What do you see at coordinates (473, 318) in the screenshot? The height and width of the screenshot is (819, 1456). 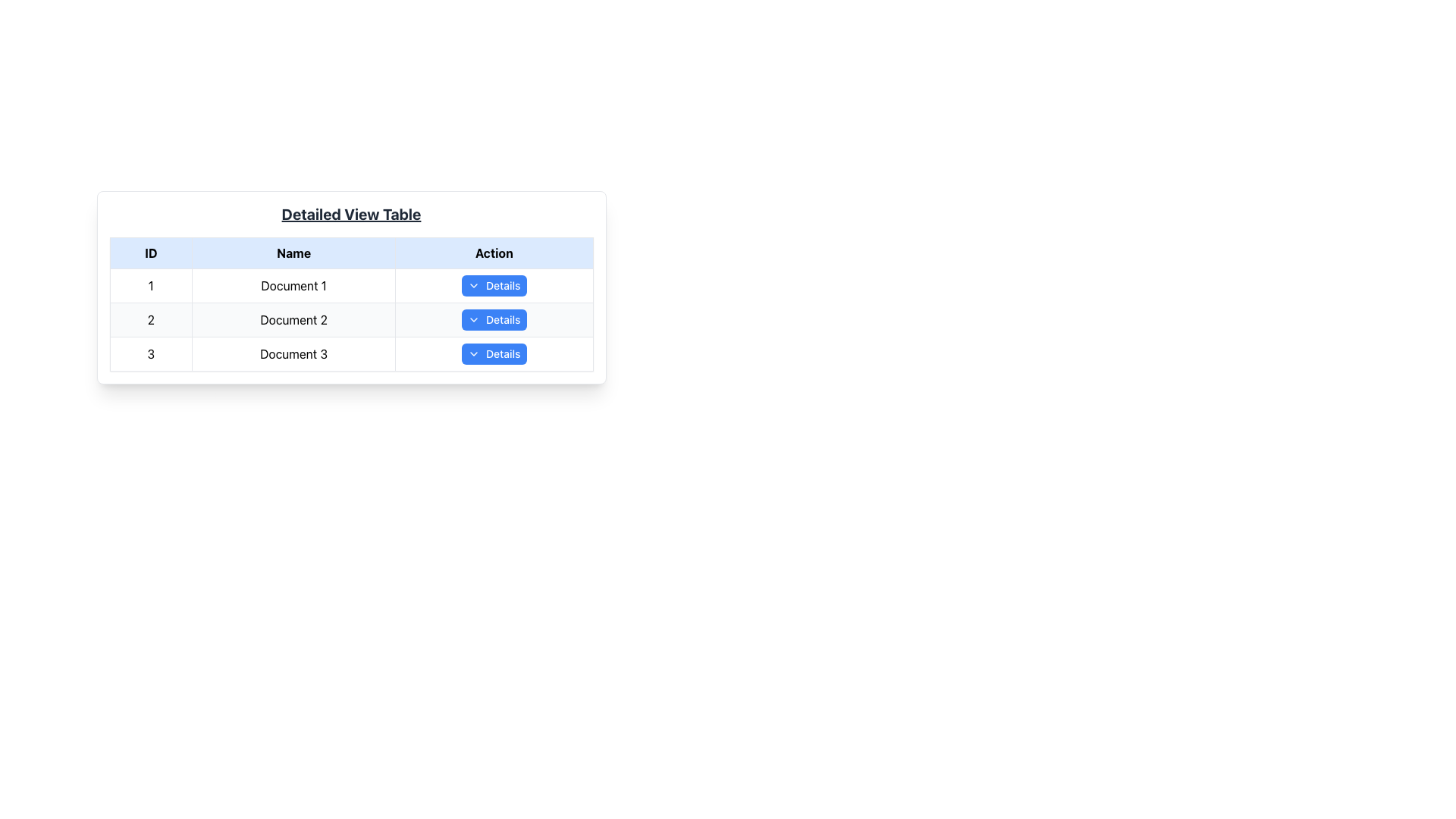 I see `the SVG icon located within the 'Details' button under the 'Action' column of the table corresponding to 'Document 2'` at bounding box center [473, 318].